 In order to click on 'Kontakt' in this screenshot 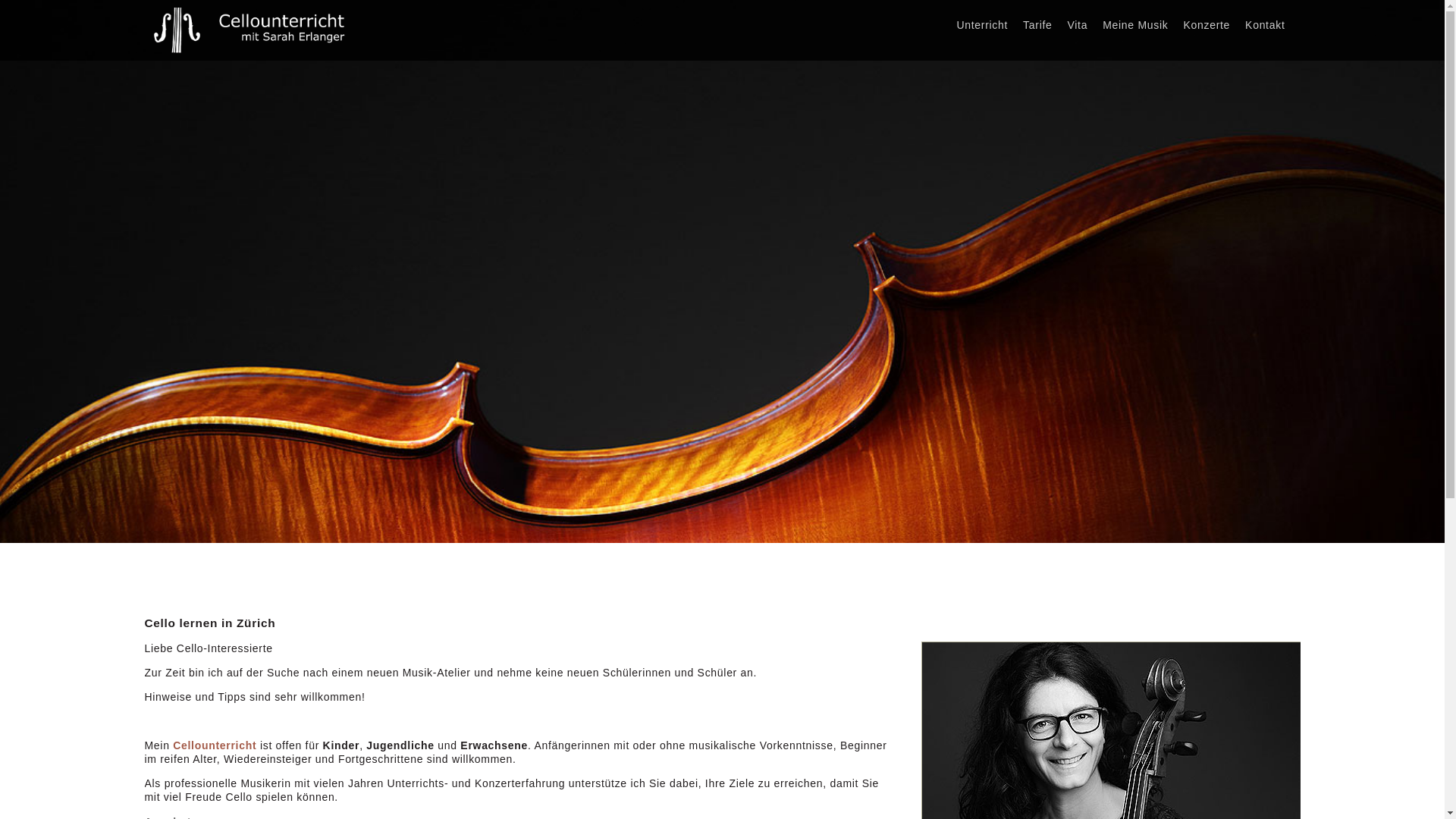, I will do `click(1265, 25)`.